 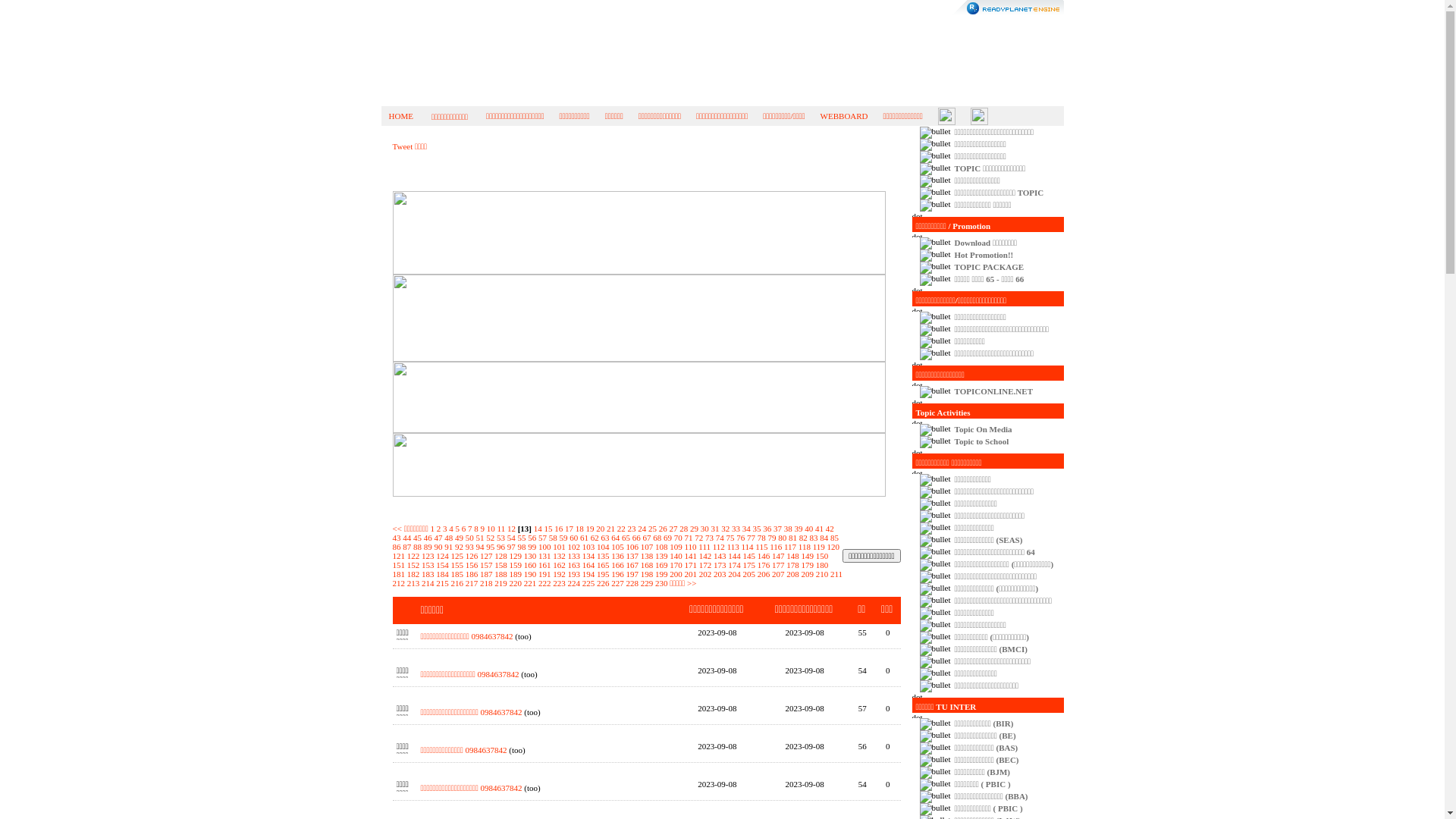 What do you see at coordinates (818, 547) in the screenshot?
I see `'119'` at bounding box center [818, 547].